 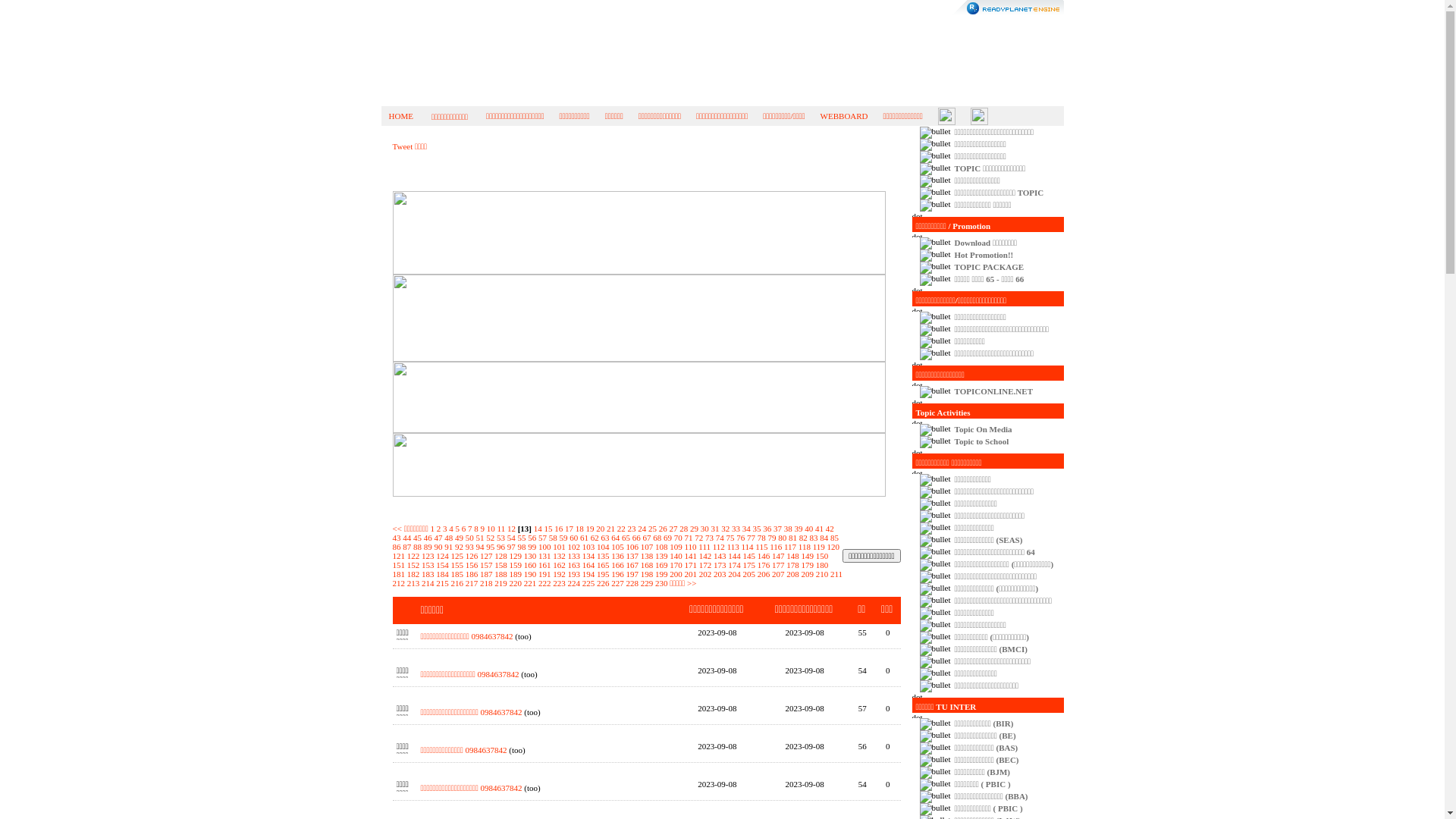 What do you see at coordinates (818, 547) in the screenshot?
I see `'119'` at bounding box center [818, 547].